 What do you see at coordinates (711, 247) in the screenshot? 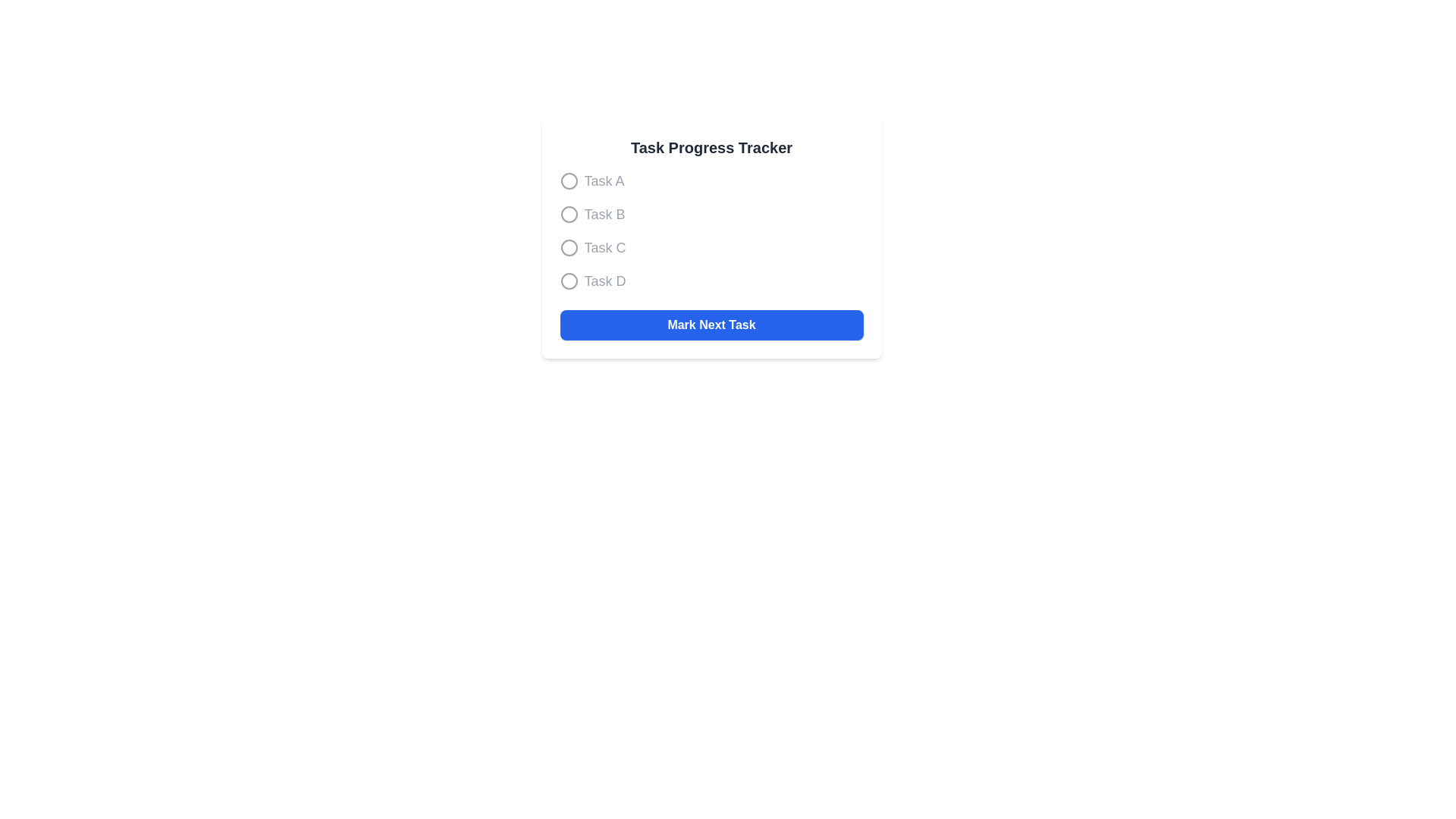
I see `the third radio button labeled 'Task C' in the 'Task Progress Tracker'` at bounding box center [711, 247].